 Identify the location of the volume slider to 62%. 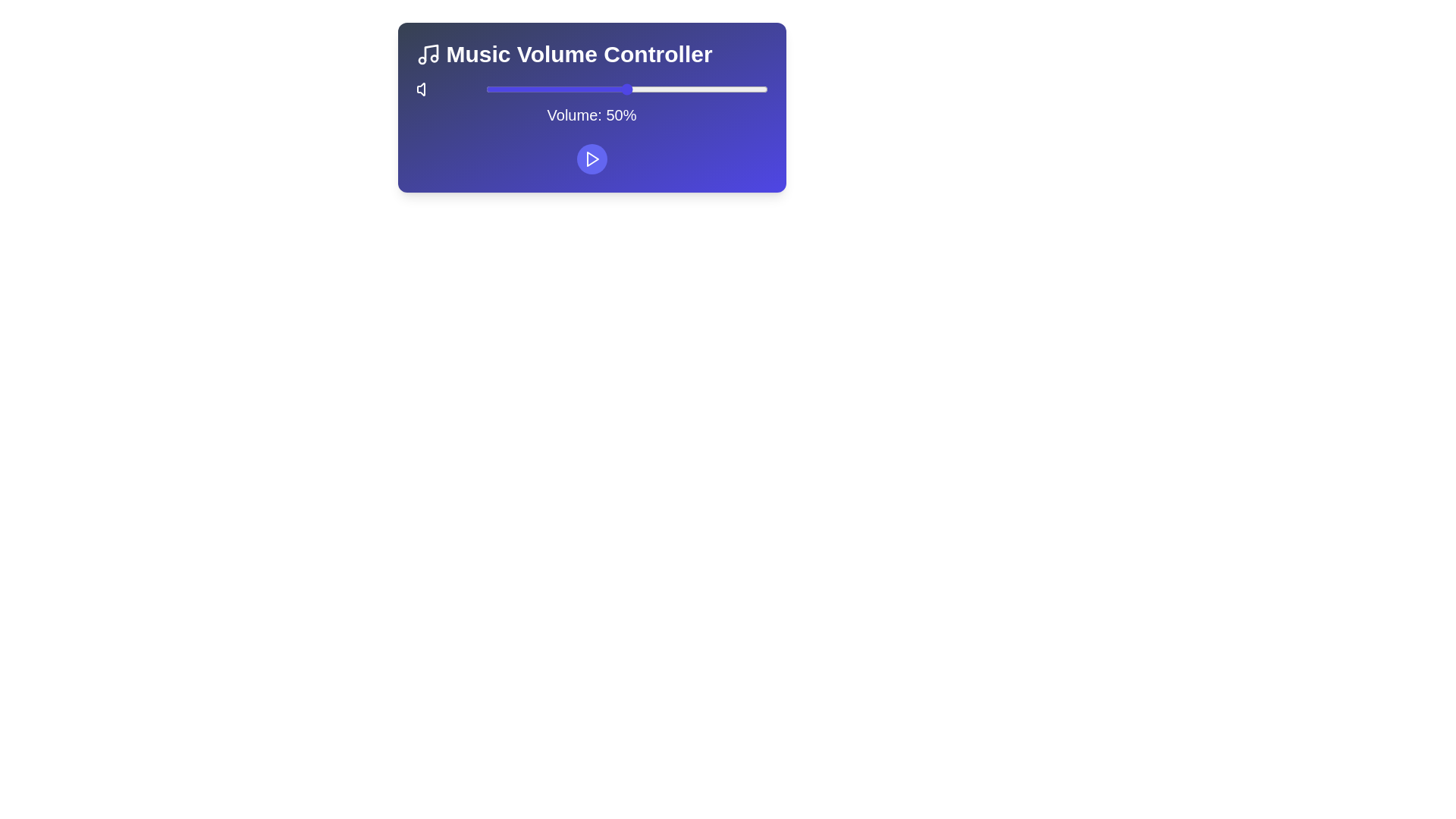
(661, 89).